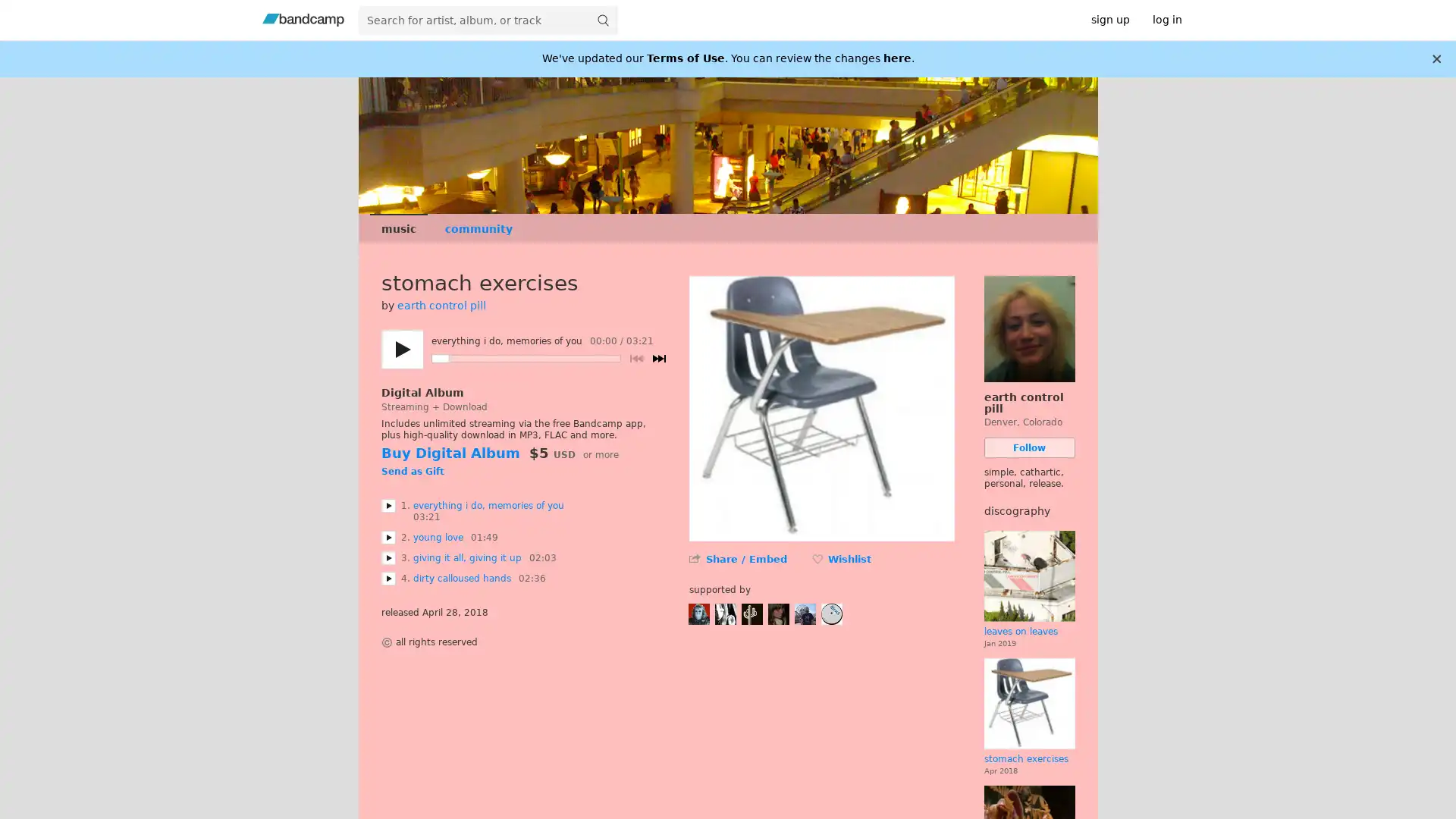  What do you see at coordinates (388, 506) in the screenshot?
I see `Play everything i do, memories of you` at bounding box center [388, 506].